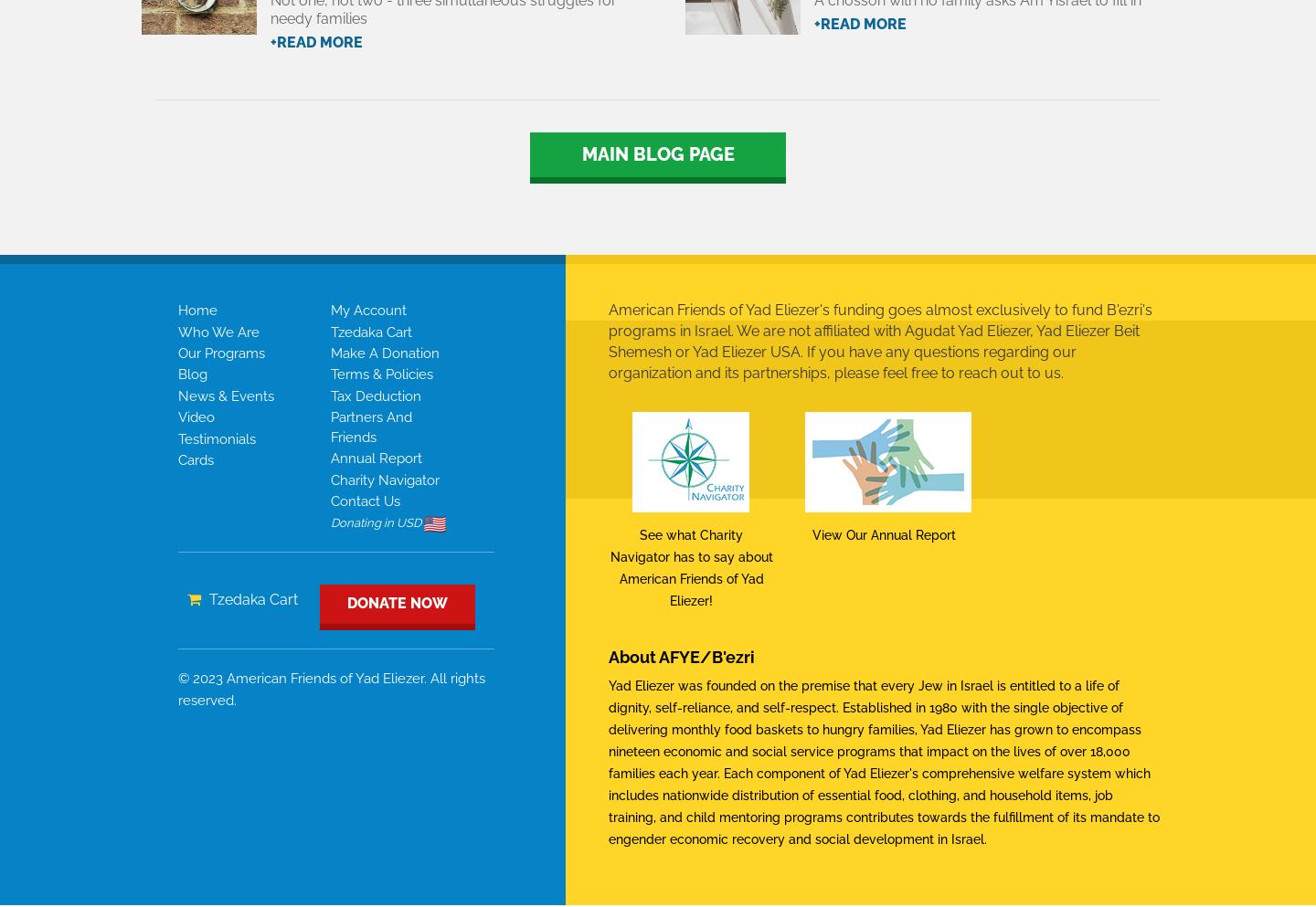 This screenshot has width=1316, height=907. Describe the element at coordinates (383, 352) in the screenshot. I see `'Make a Donation'` at that location.